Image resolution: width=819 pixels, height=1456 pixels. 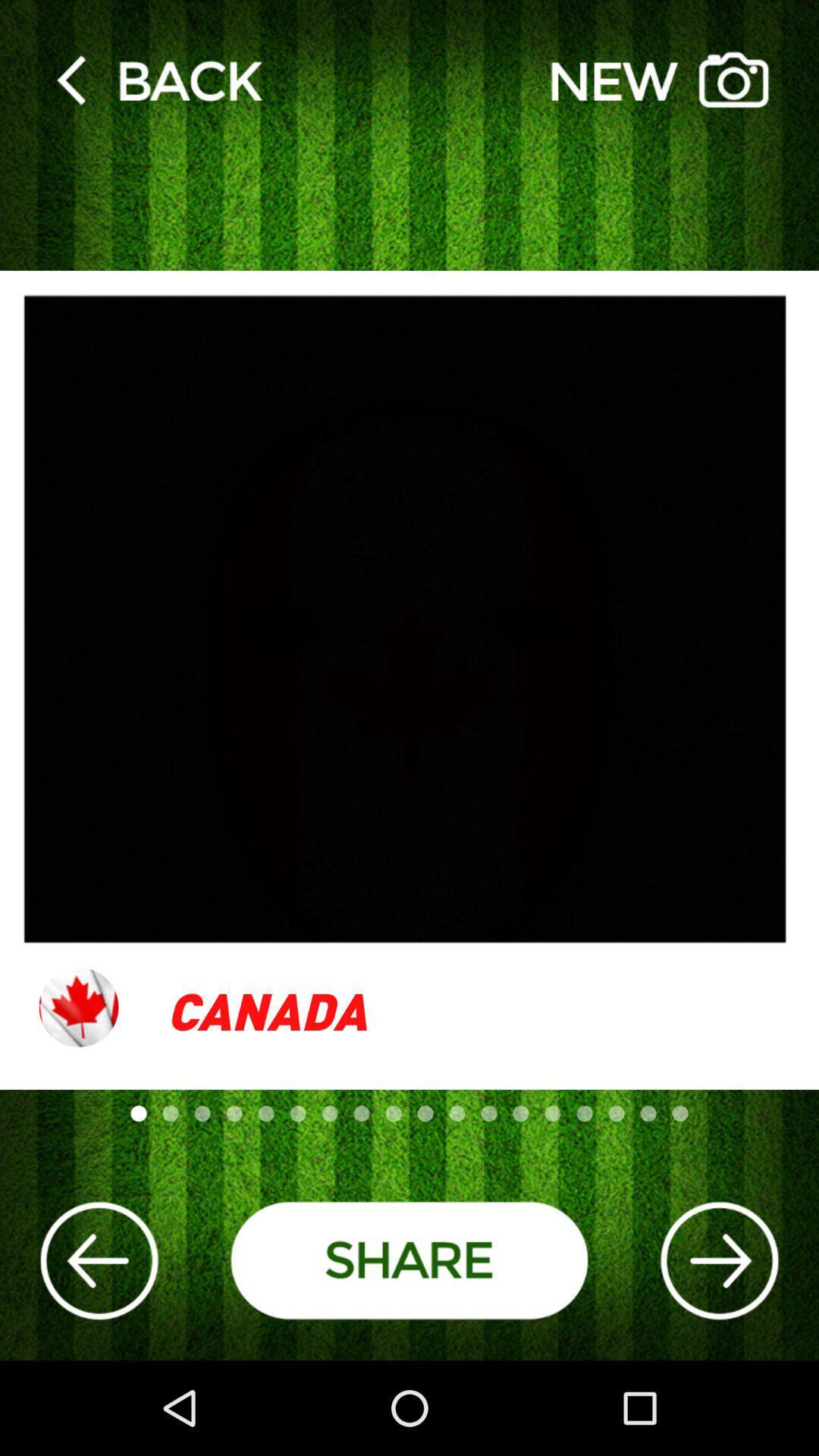 I want to click on take picture, so click(x=659, y=79).